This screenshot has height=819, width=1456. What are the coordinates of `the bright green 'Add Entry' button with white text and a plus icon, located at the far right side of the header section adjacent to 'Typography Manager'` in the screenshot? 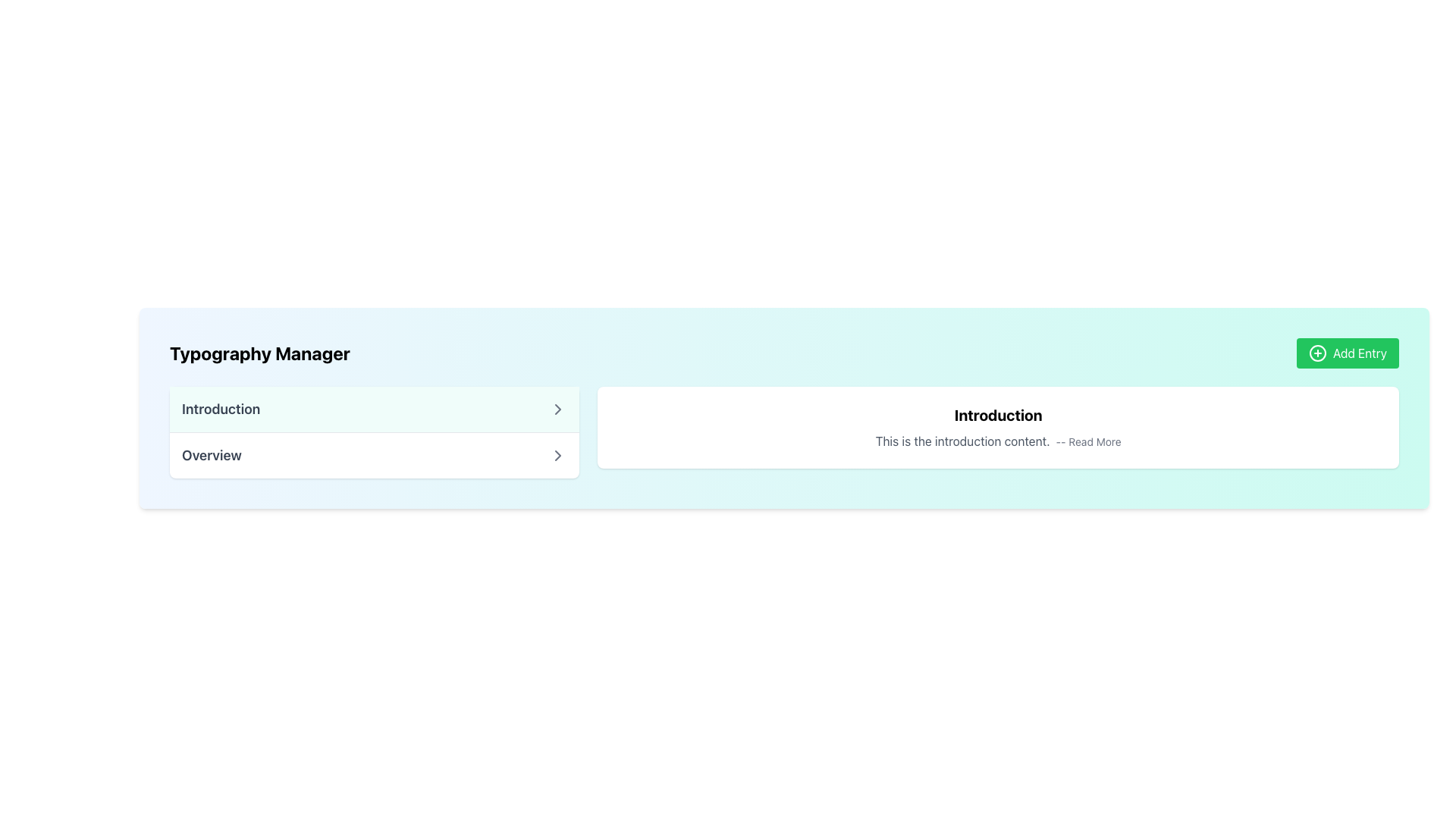 It's located at (1348, 353).